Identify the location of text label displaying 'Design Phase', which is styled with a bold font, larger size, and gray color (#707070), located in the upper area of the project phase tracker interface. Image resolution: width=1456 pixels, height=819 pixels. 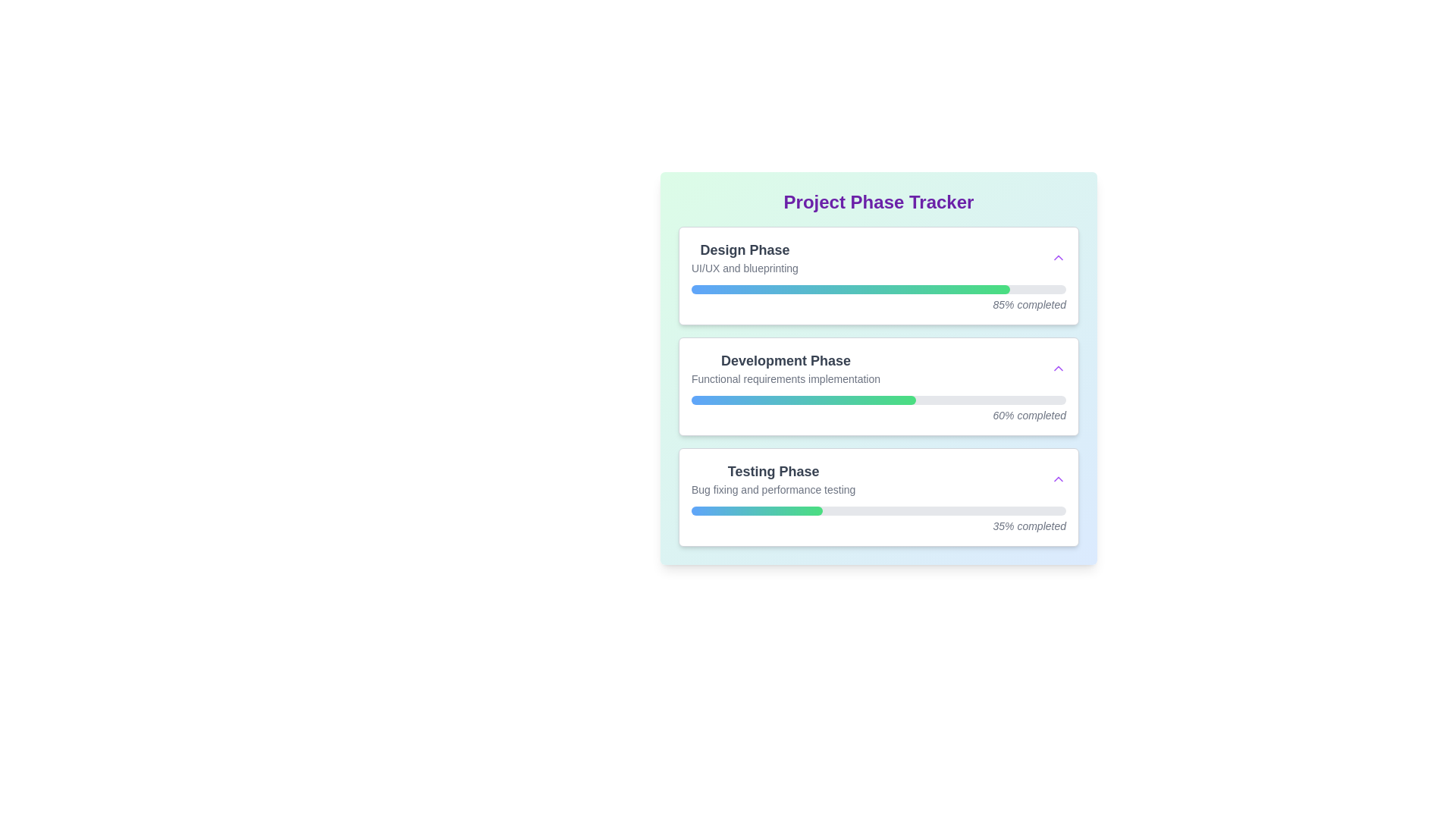
(745, 249).